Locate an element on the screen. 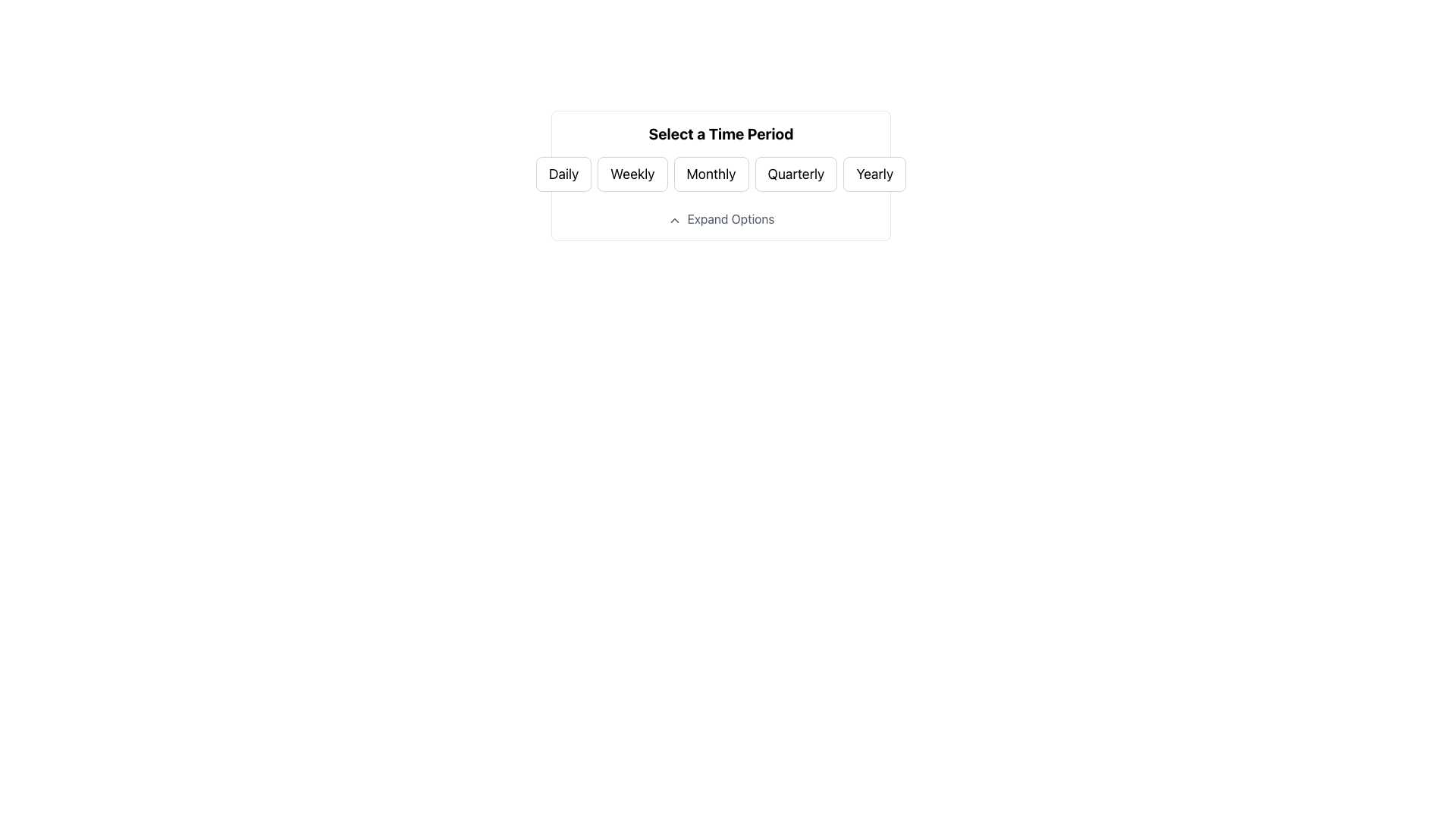  the 'Monthly' button, which is the third button in a row of five buttons, to change its shade is located at coordinates (711, 174).